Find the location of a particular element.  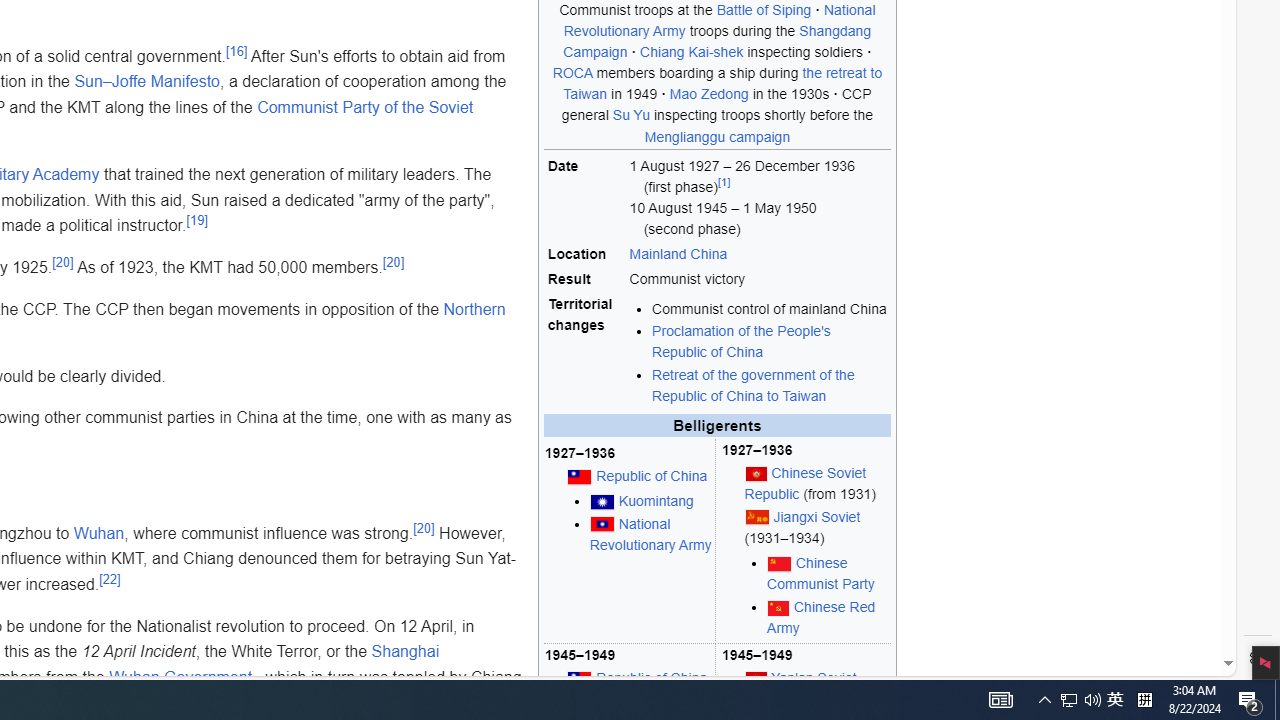

'Retreat of the government of the Republic of China to Taiwan' is located at coordinates (752, 384).